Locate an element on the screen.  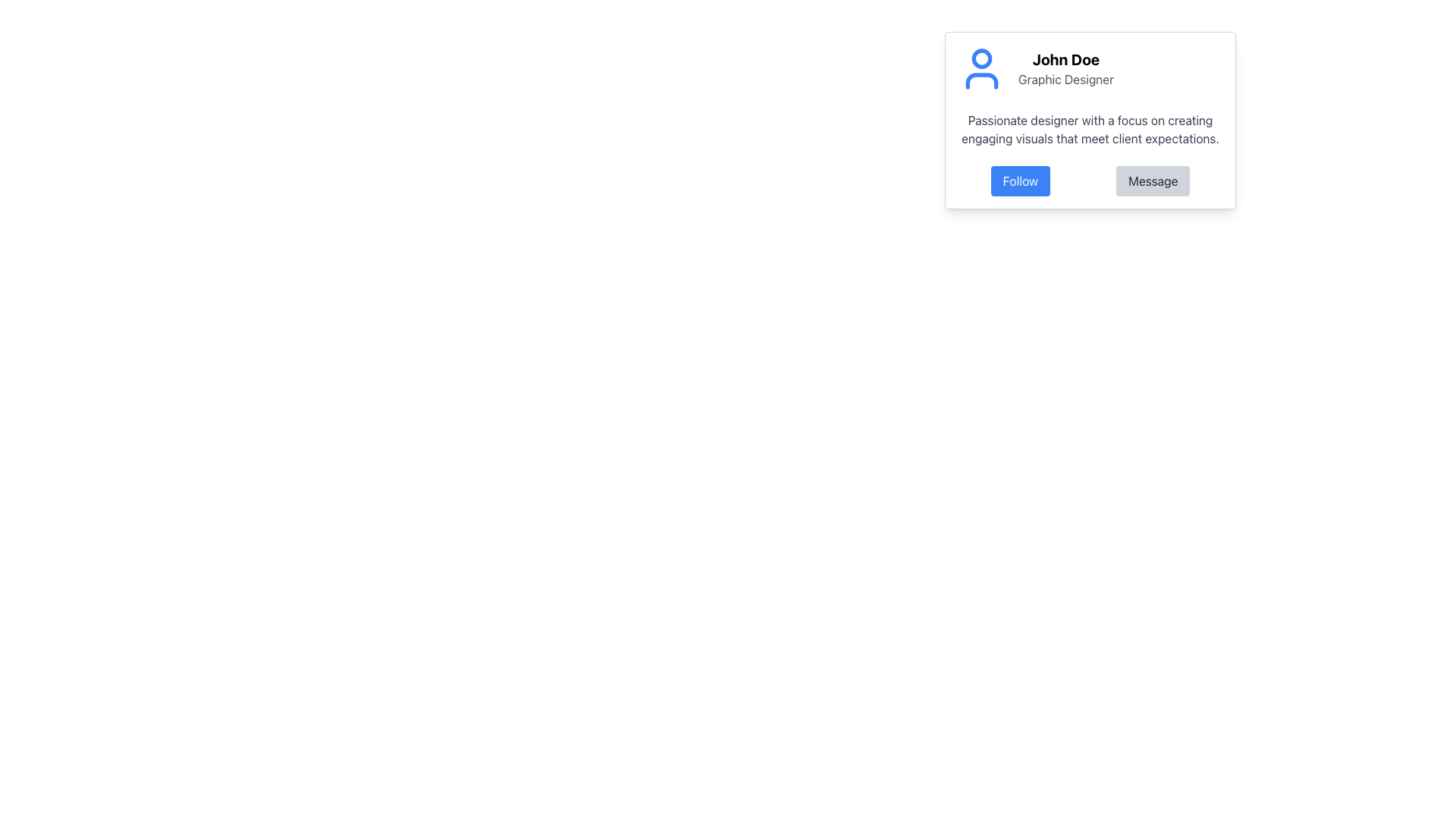
text from the text box located within the profile card, positioned below the 'Graphic Designer' title and above the 'Follow' and 'Message' buttons is located at coordinates (1090, 128).